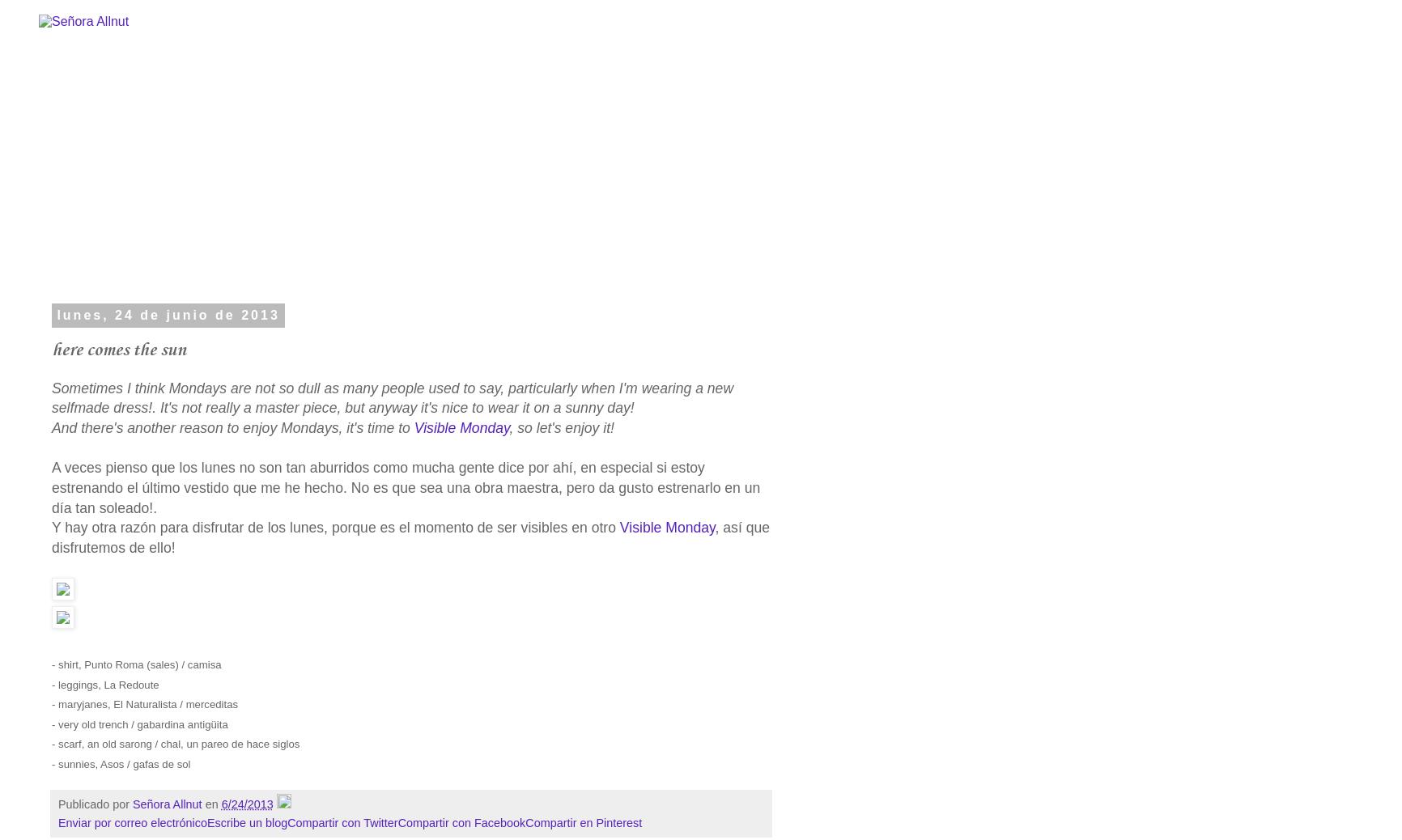  Describe the element at coordinates (341, 821) in the screenshot. I see `'Compartir con Twitter'` at that location.